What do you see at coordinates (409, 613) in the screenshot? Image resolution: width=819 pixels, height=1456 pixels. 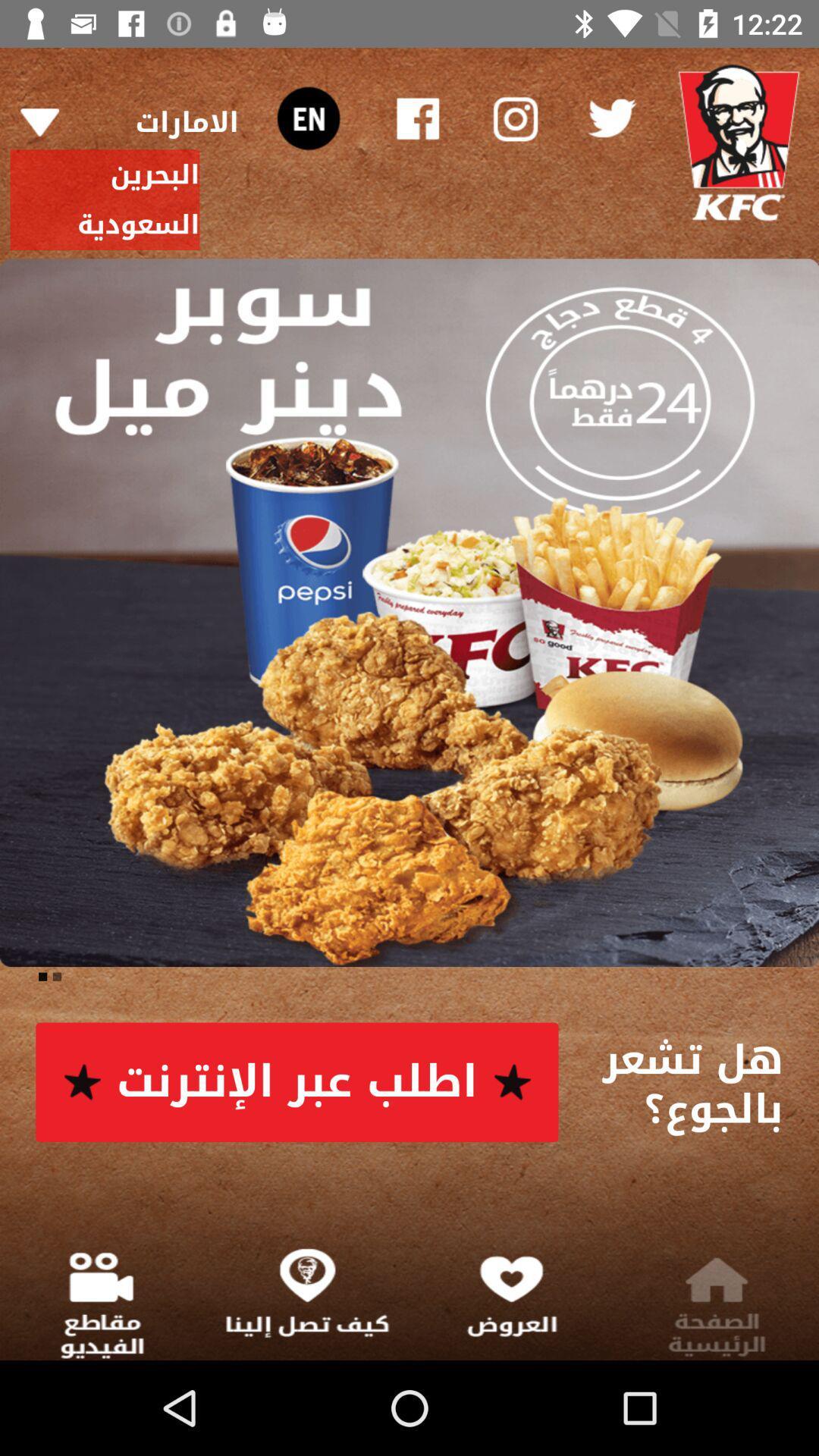 I see `the item at the center` at bounding box center [409, 613].